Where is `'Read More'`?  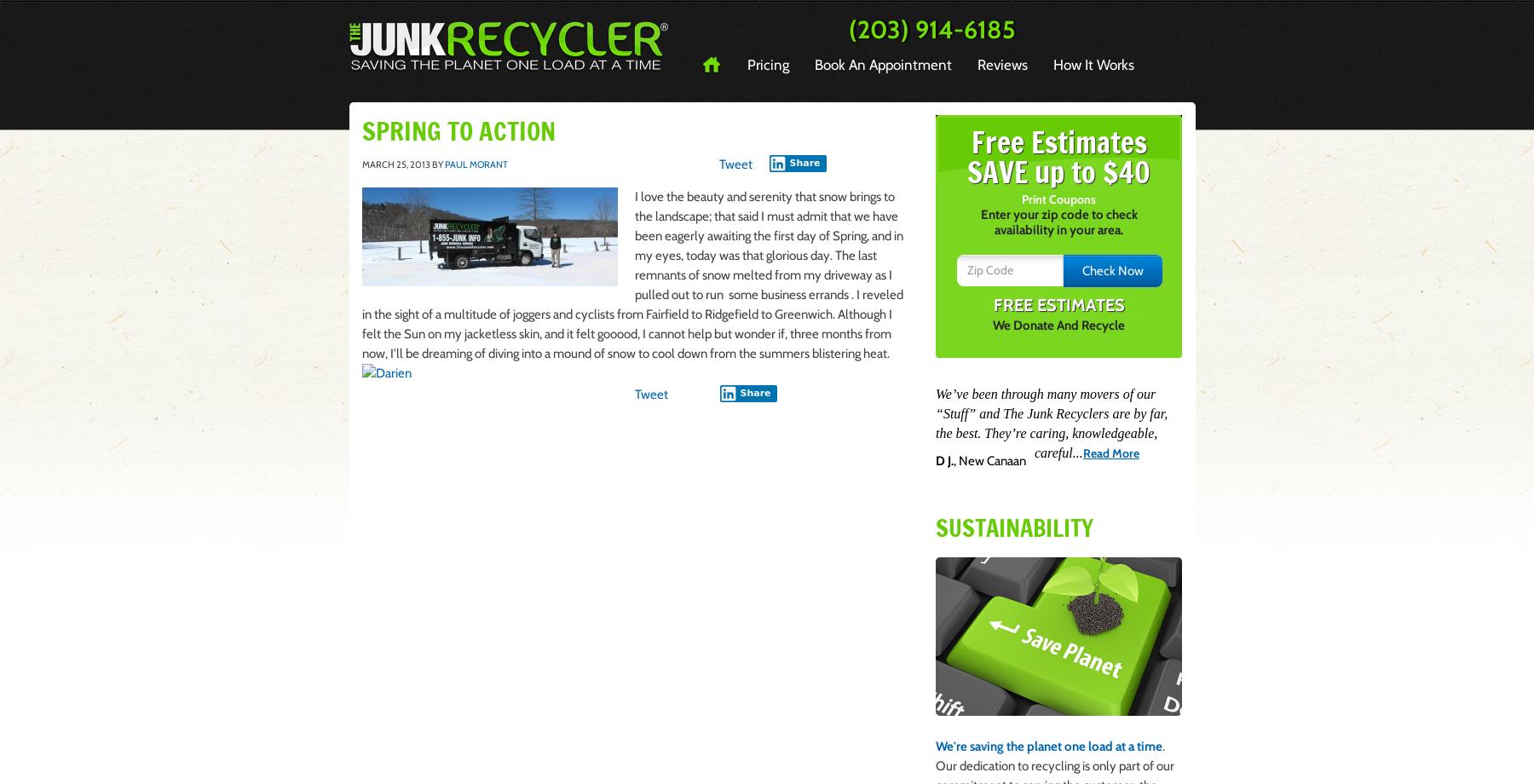
'Read More' is located at coordinates (1110, 453).